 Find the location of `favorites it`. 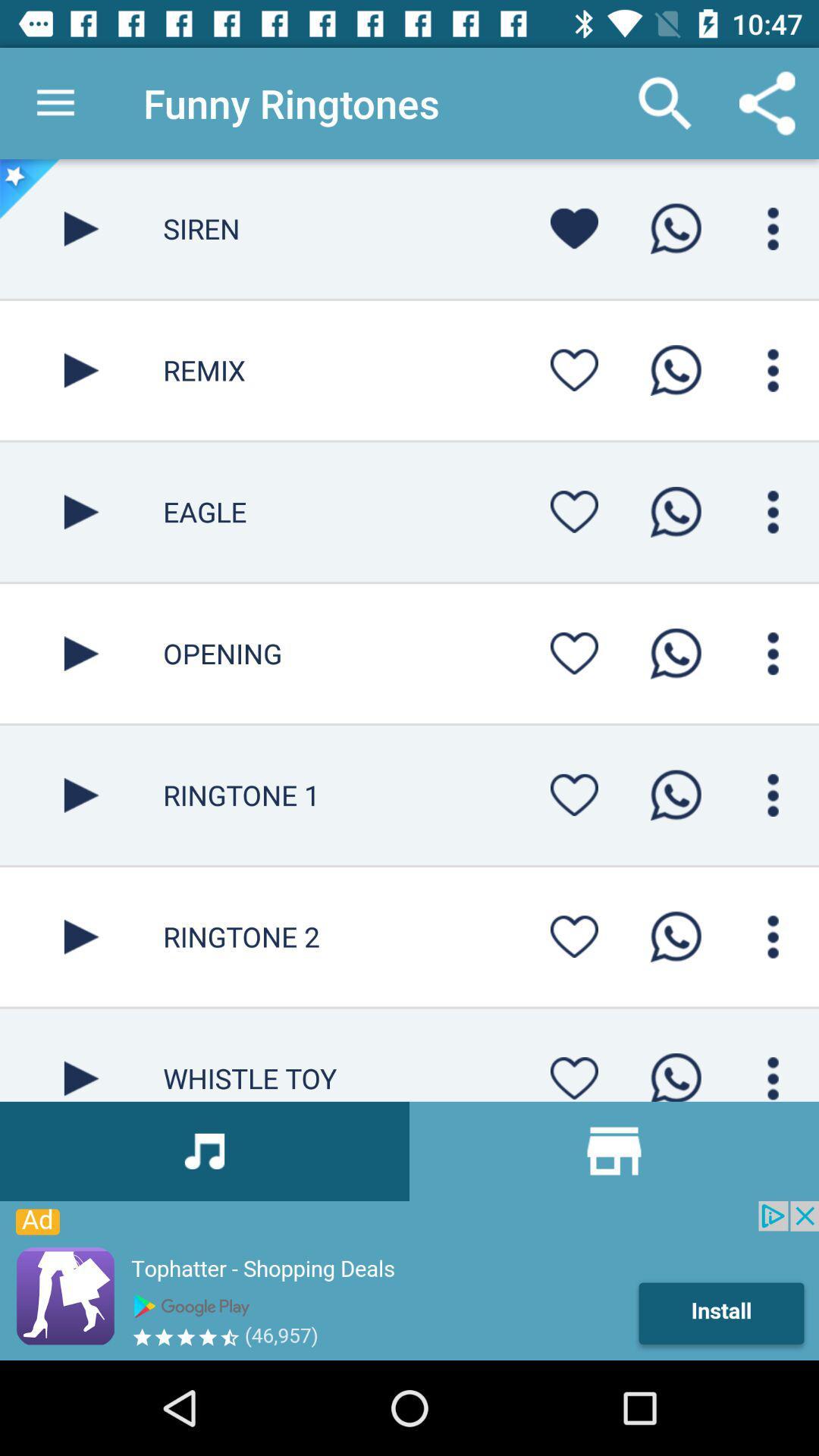

favorites it is located at coordinates (574, 370).